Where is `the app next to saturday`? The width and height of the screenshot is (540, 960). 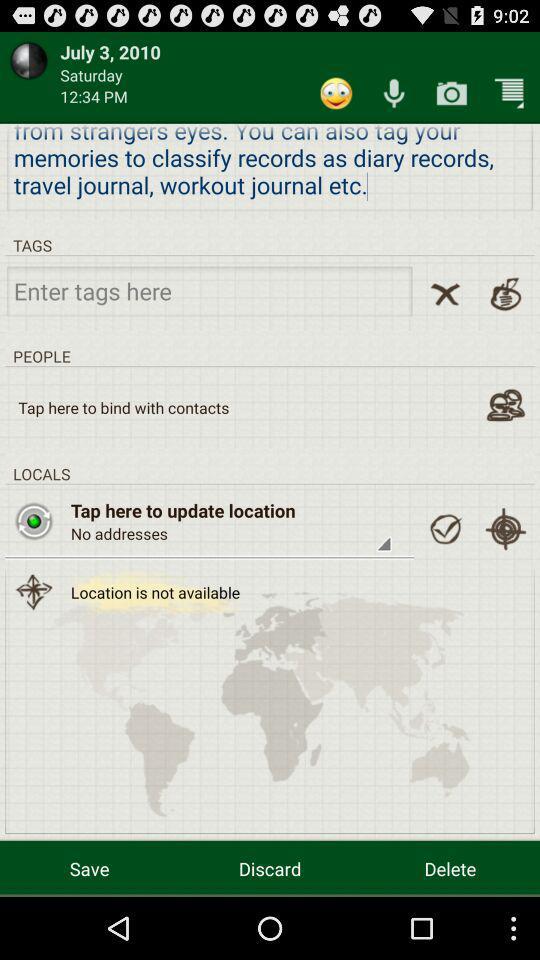
the app next to saturday is located at coordinates (336, 93).